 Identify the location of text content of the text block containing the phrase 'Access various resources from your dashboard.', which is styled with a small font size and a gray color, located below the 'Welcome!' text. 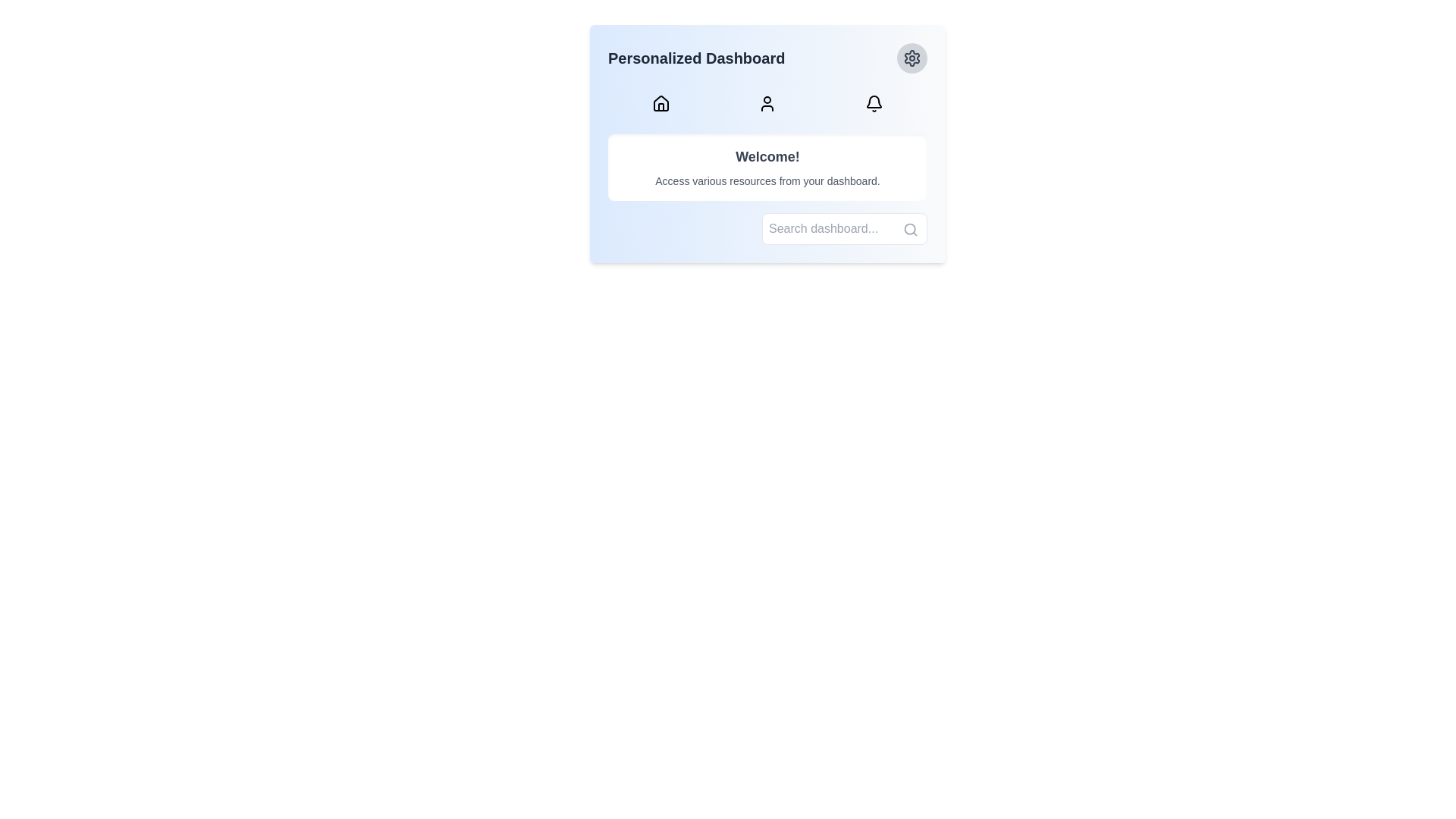
(767, 180).